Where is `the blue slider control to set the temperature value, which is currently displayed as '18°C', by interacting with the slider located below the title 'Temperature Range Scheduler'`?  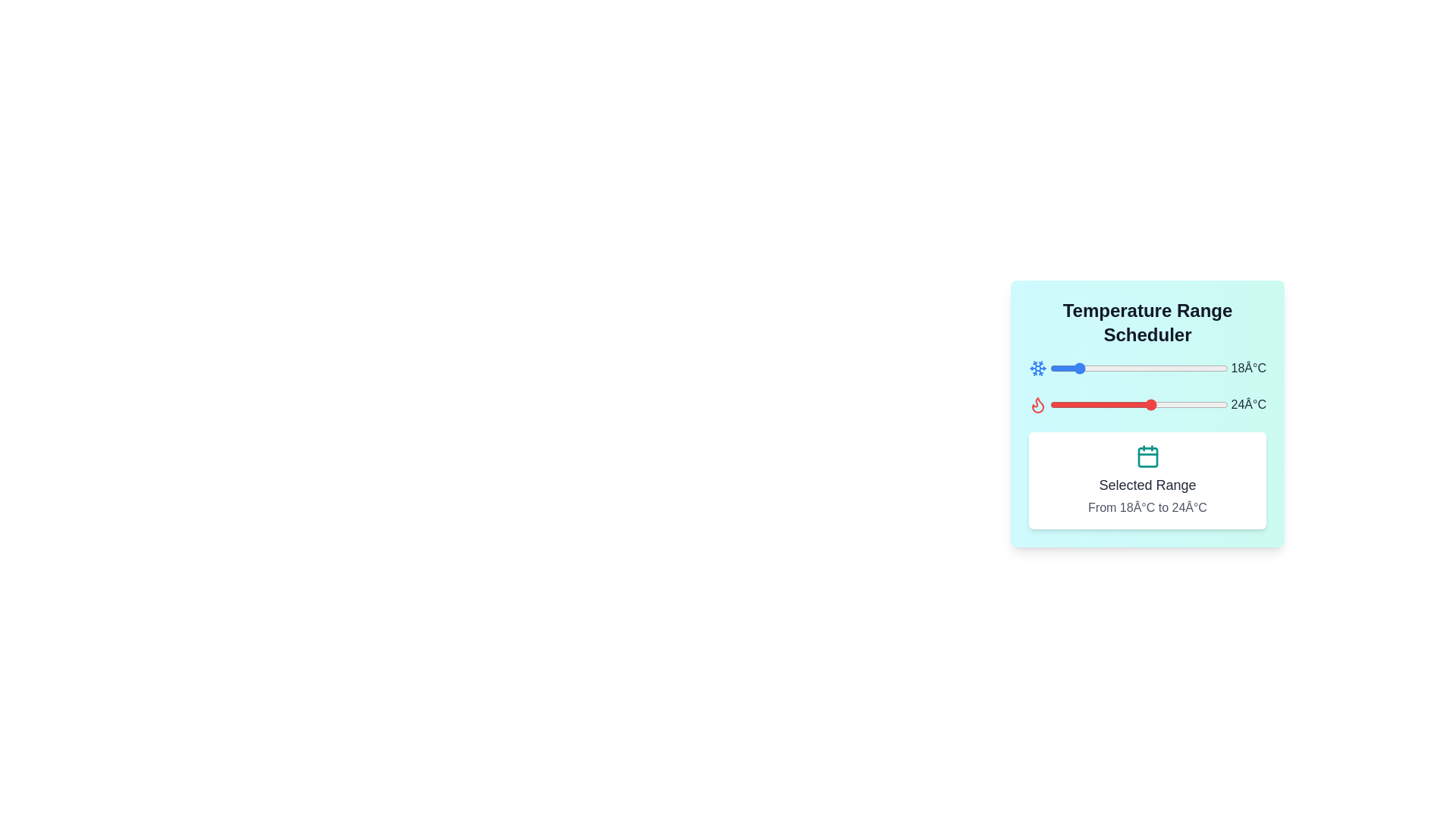
the blue slider control to set the temperature value, which is currently displayed as '18°C', by interacting with the slider located below the title 'Temperature Range Scheduler' is located at coordinates (1139, 369).